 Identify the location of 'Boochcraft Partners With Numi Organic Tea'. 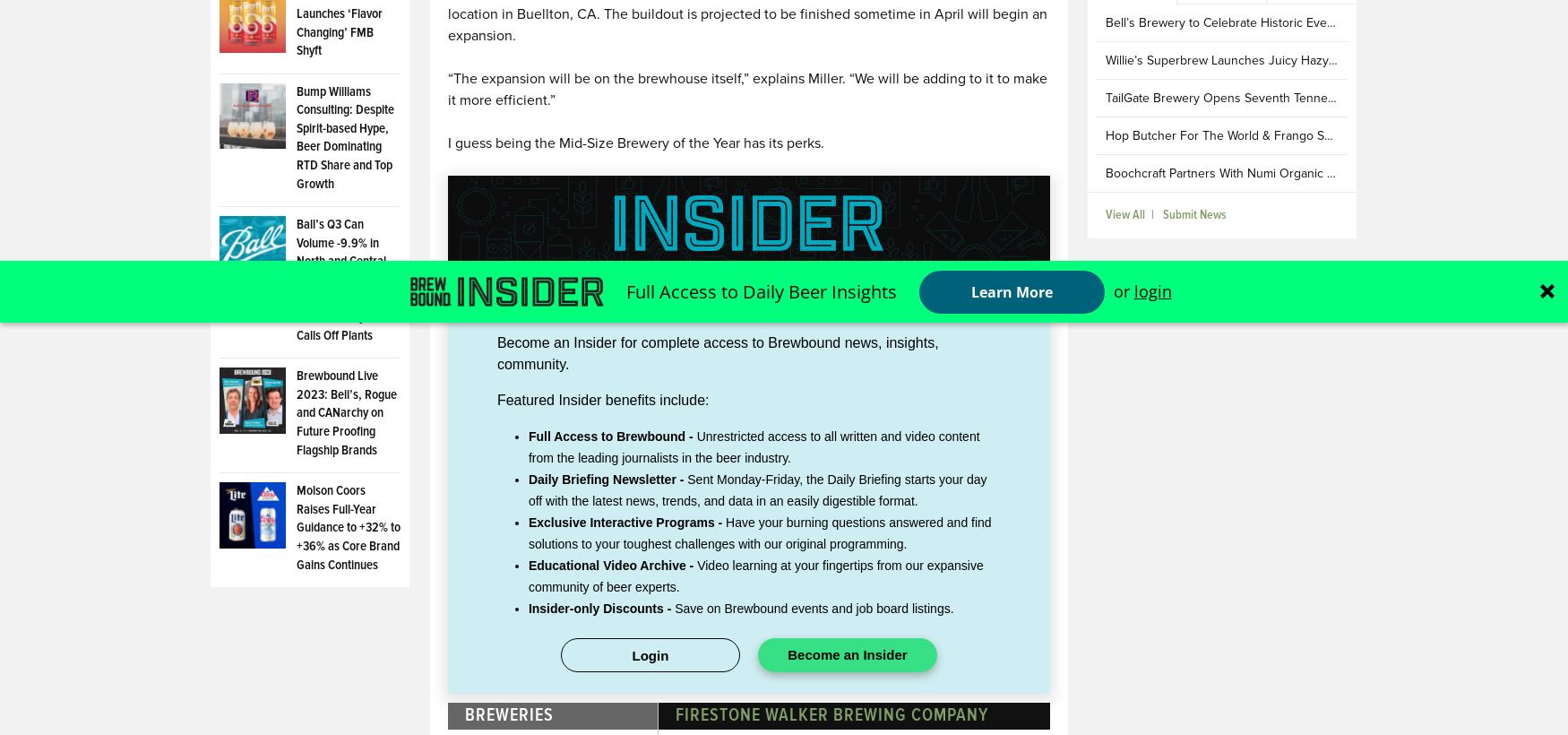
(1225, 172).